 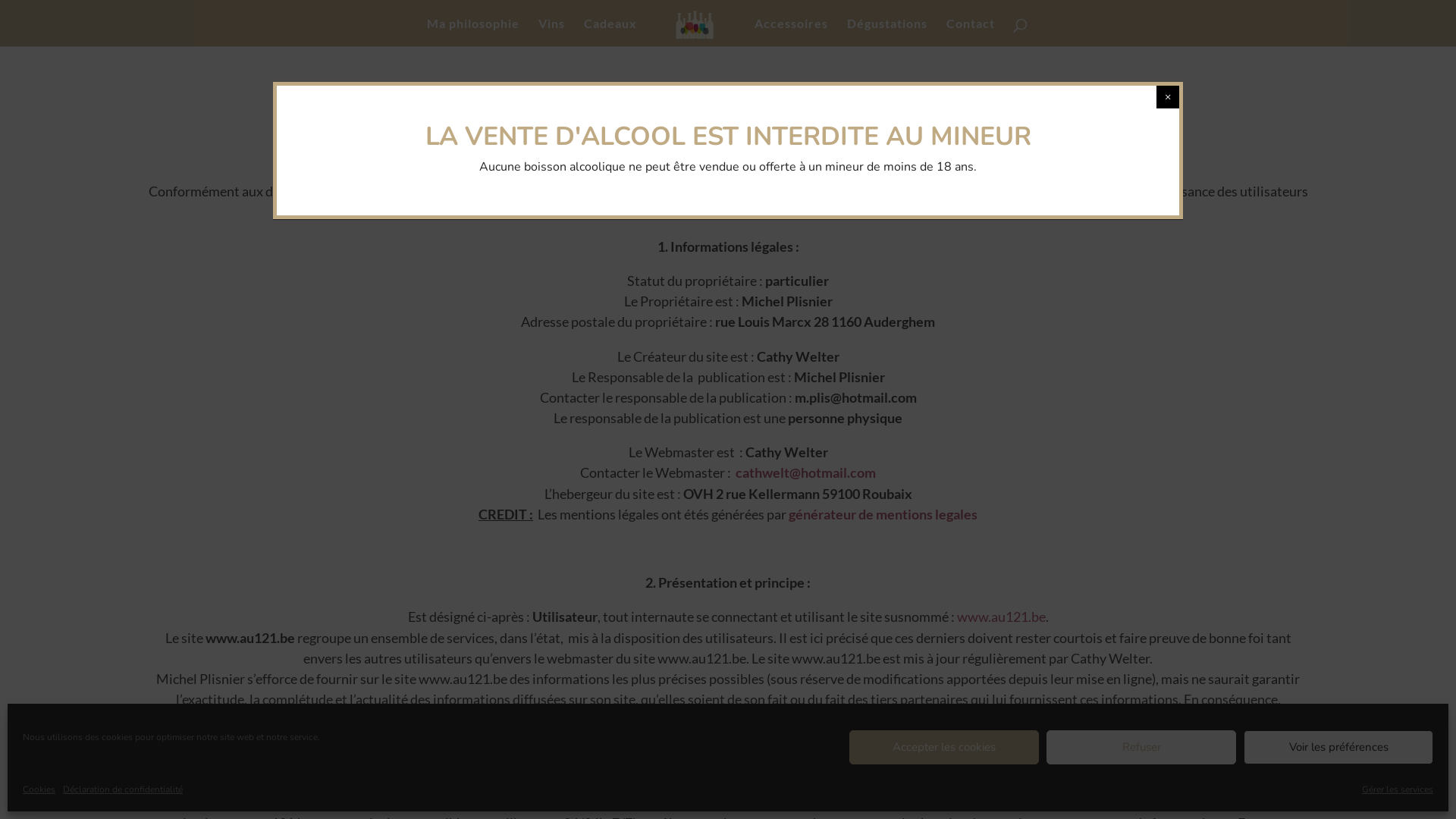 What do you see at coordinates (1141, 746) in the screenshot?
I see `'Refuser'` at bounding box center [1141, 746].